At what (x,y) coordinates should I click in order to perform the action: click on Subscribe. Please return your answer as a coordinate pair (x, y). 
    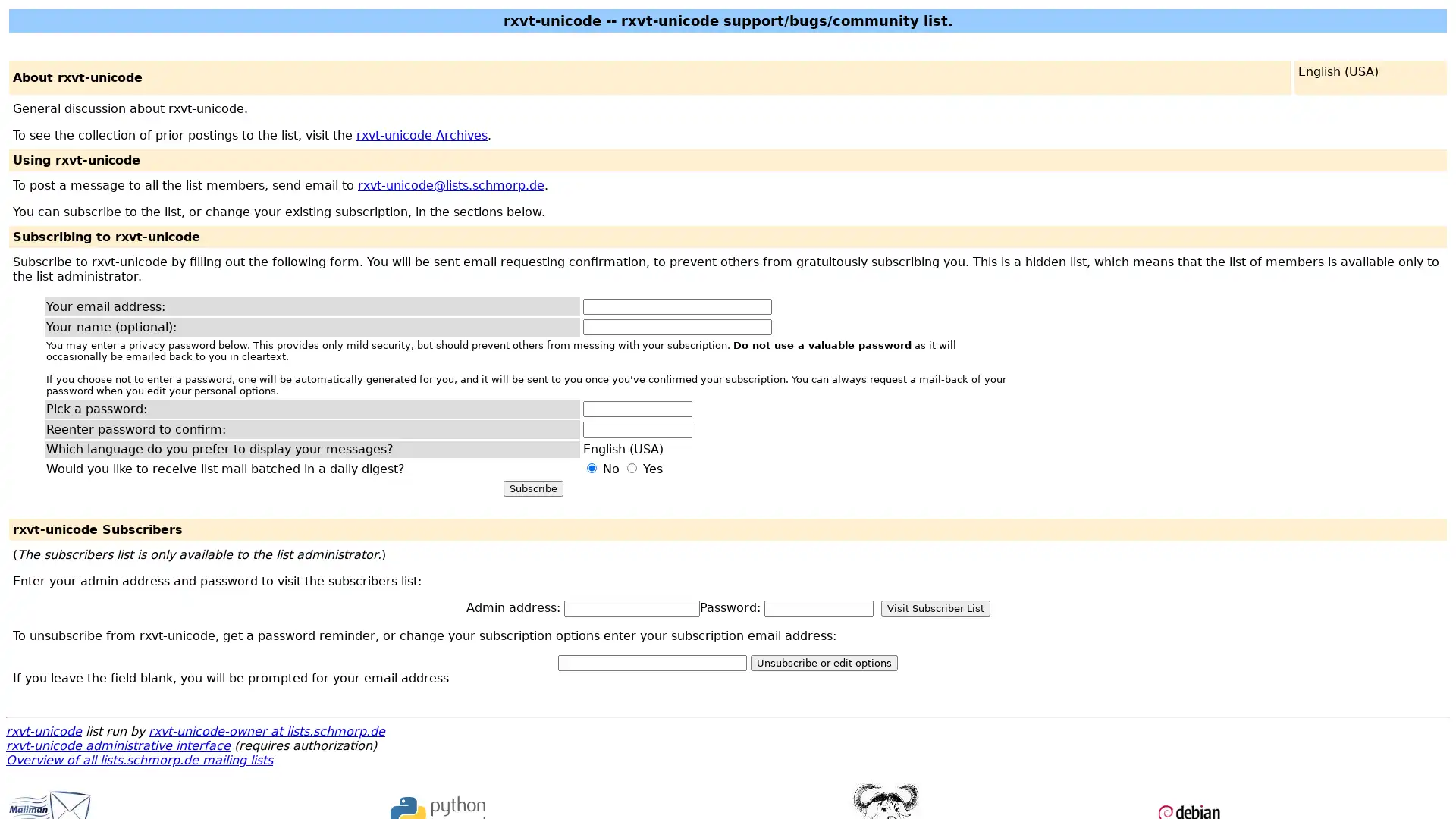
    Looking at the image, I should click on (532, 488).